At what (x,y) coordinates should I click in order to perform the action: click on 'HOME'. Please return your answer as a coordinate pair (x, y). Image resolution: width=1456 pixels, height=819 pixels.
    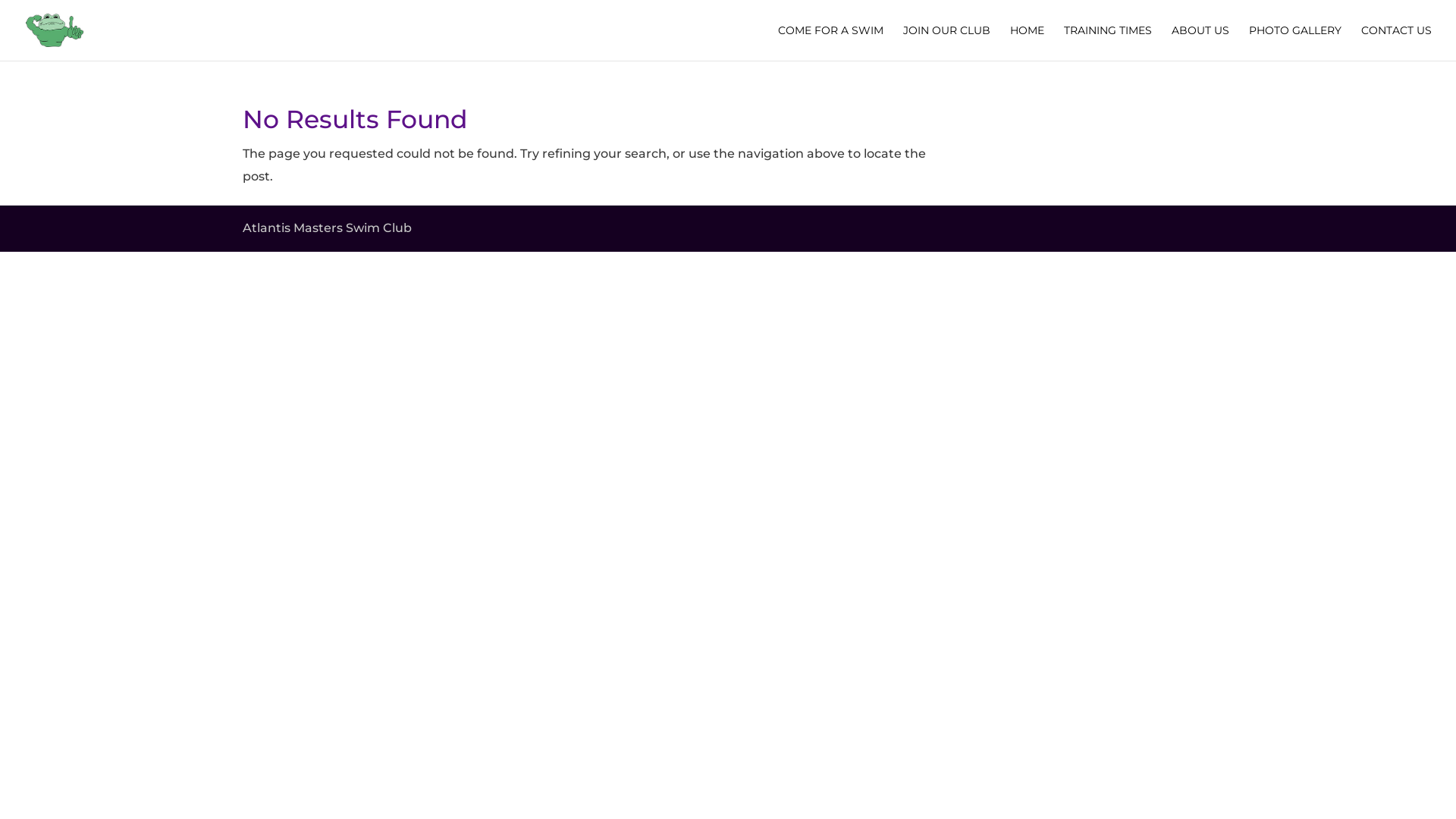
    Looking at the image, I should click on (1027, 42).